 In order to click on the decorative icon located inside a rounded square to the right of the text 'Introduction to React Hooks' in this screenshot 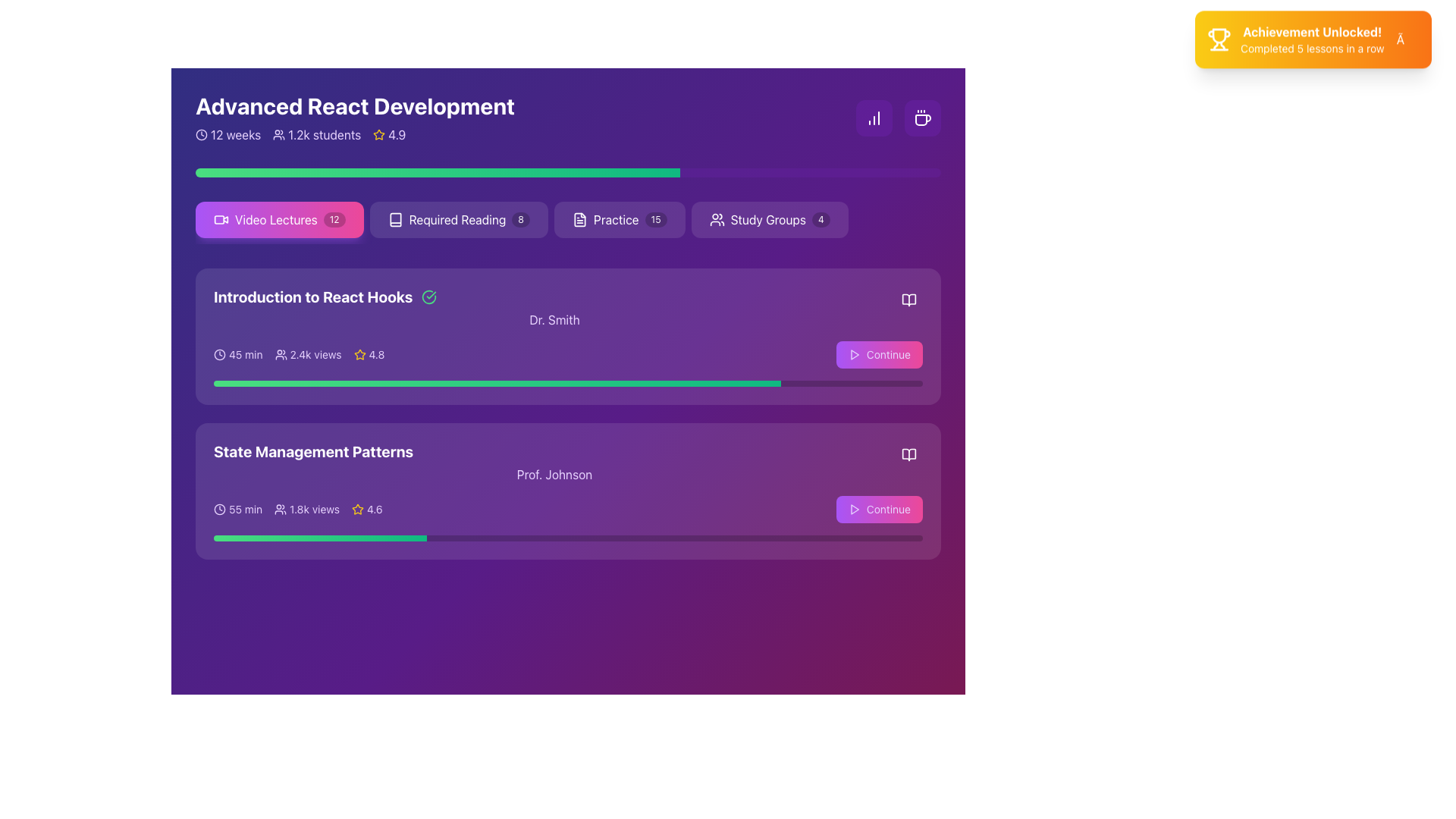, I will do `click(428, 297)`.